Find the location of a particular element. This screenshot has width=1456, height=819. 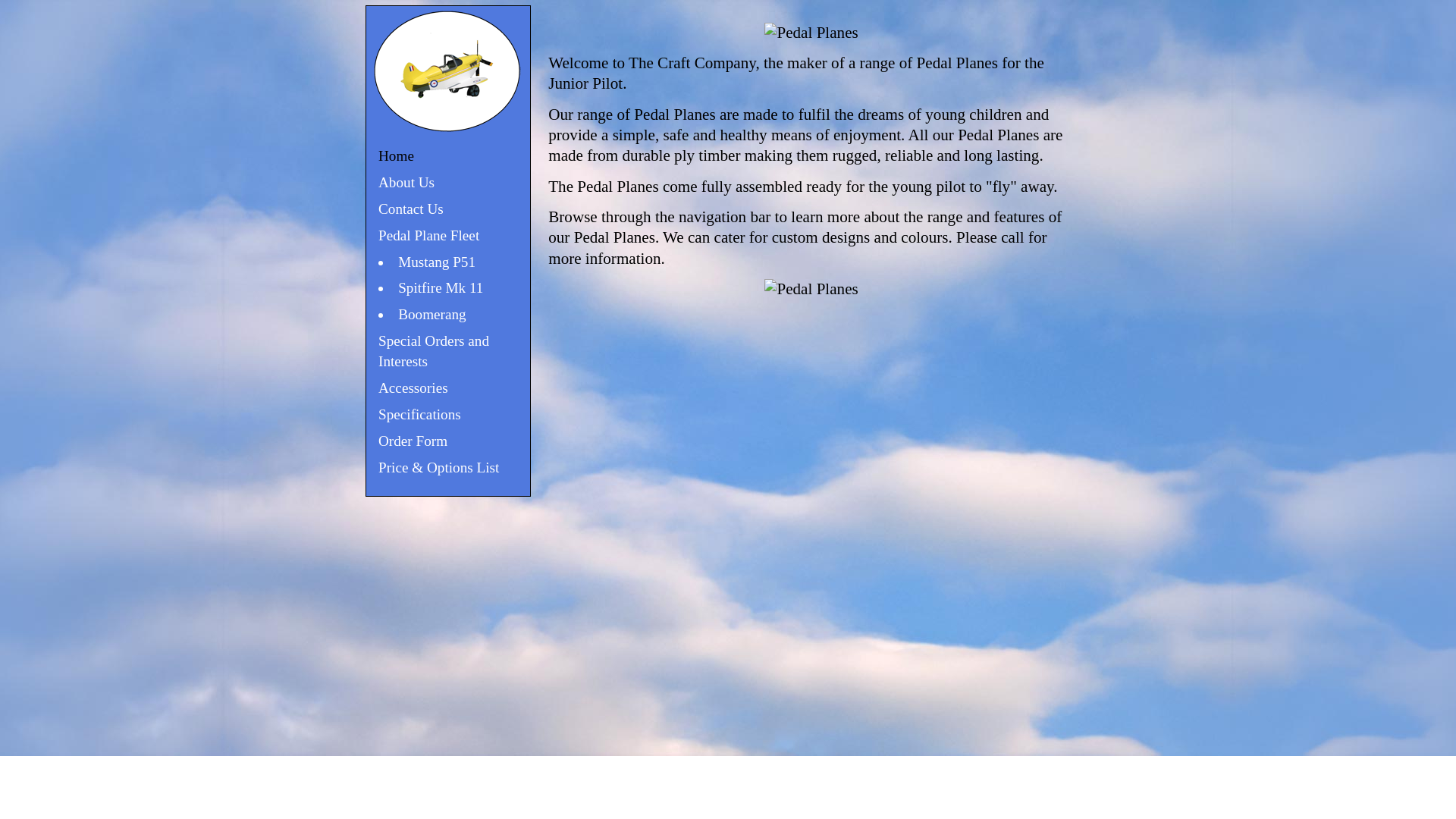

'Specifications' is located at coordinates (419, 414).